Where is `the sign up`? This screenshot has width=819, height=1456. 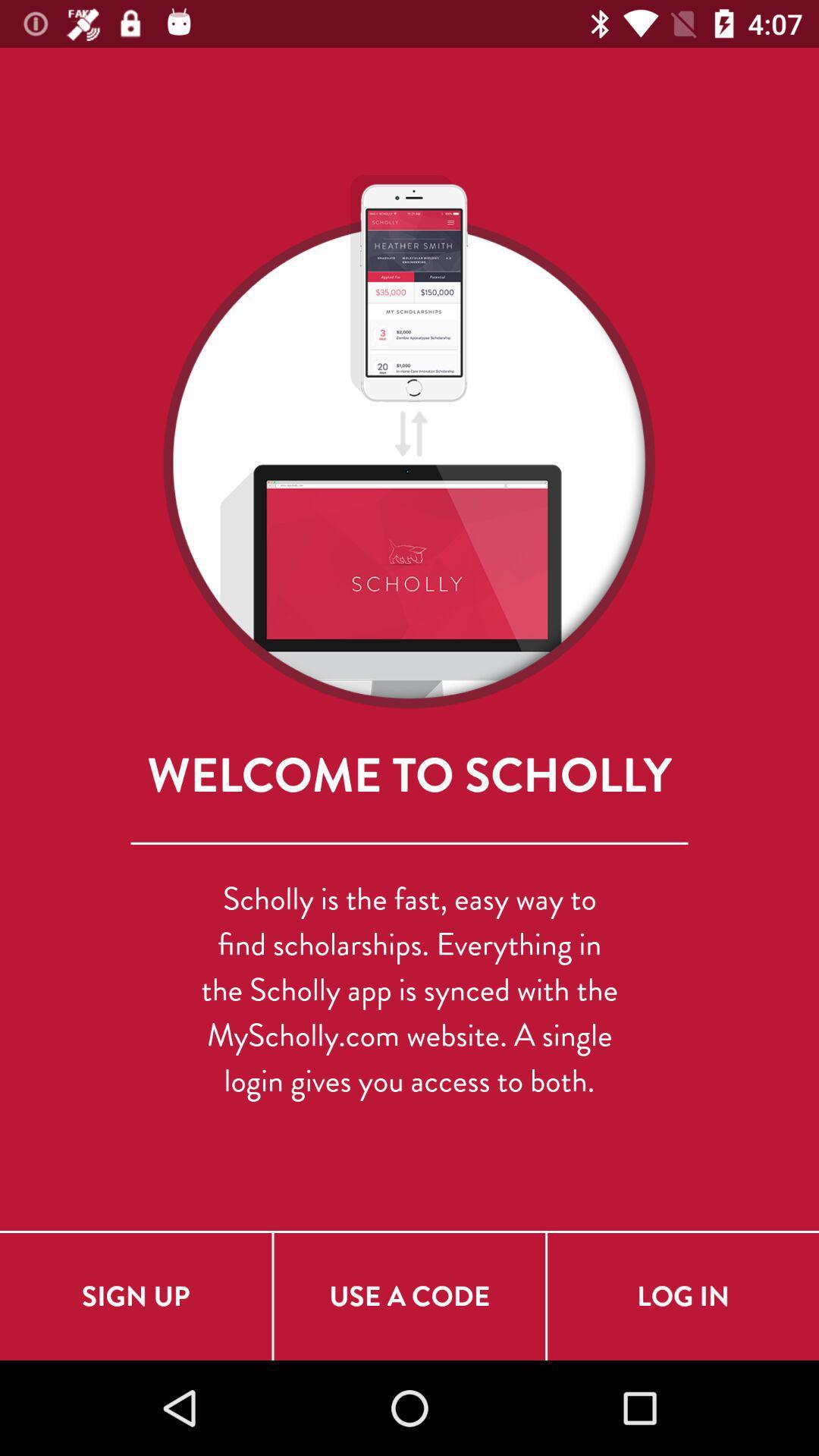
the sign up is located at coordinates (135, 1295).